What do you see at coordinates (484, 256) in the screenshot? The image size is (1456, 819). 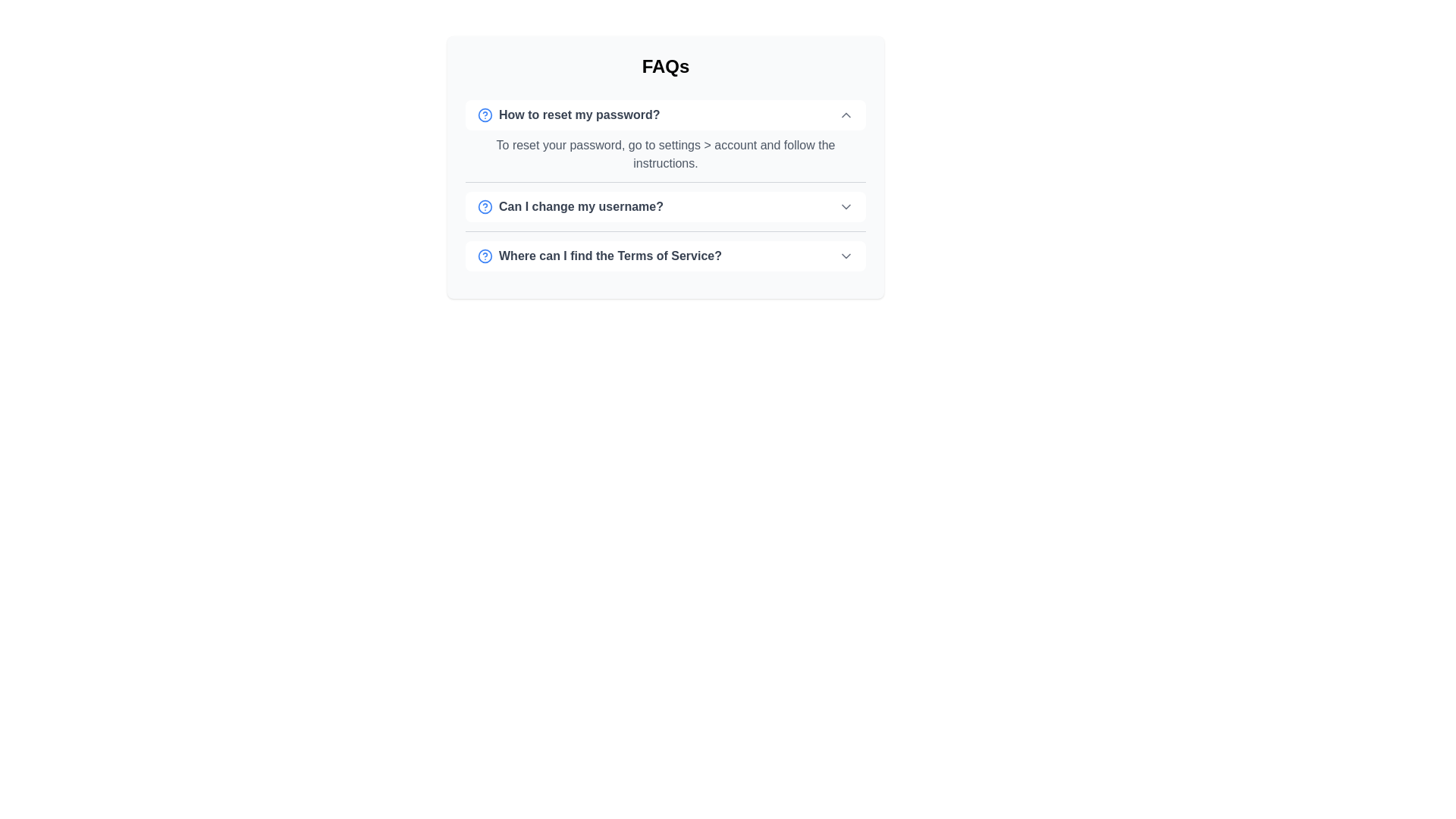 I see `the blue circular help icon with a question mark, located to the left of the text 'Where can I find the Terms of Service?' in the third FAQ item` at bounding box center [484, 256].